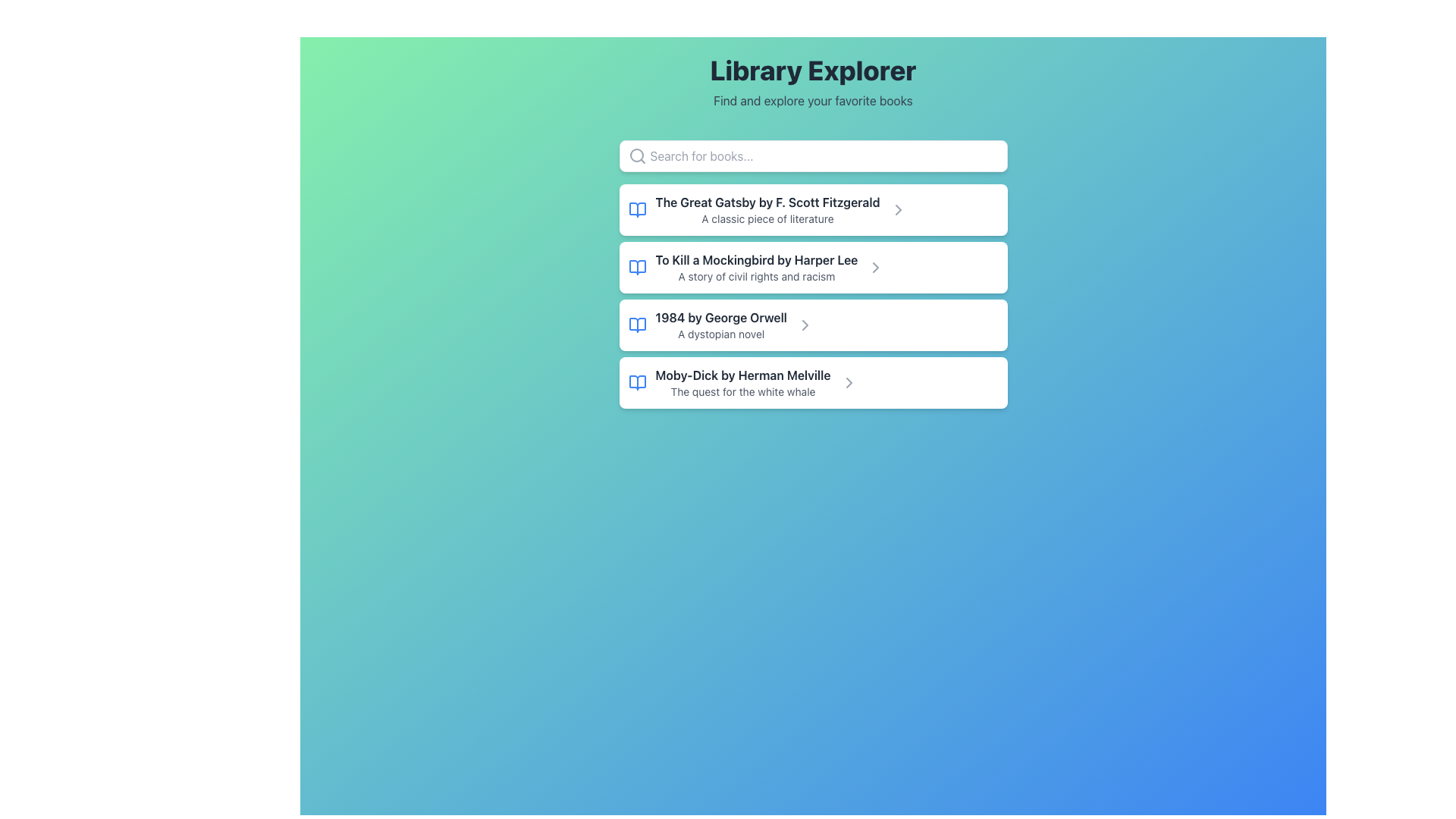 The image size is (1456, 819). Describe the element at coordinates (637, 267) in the screenshot. I see `the blue book icon with an outline style located at the leftmost side of the second row for the entry 'To Kill a Mockingbird by Harper Lee'` at that location.